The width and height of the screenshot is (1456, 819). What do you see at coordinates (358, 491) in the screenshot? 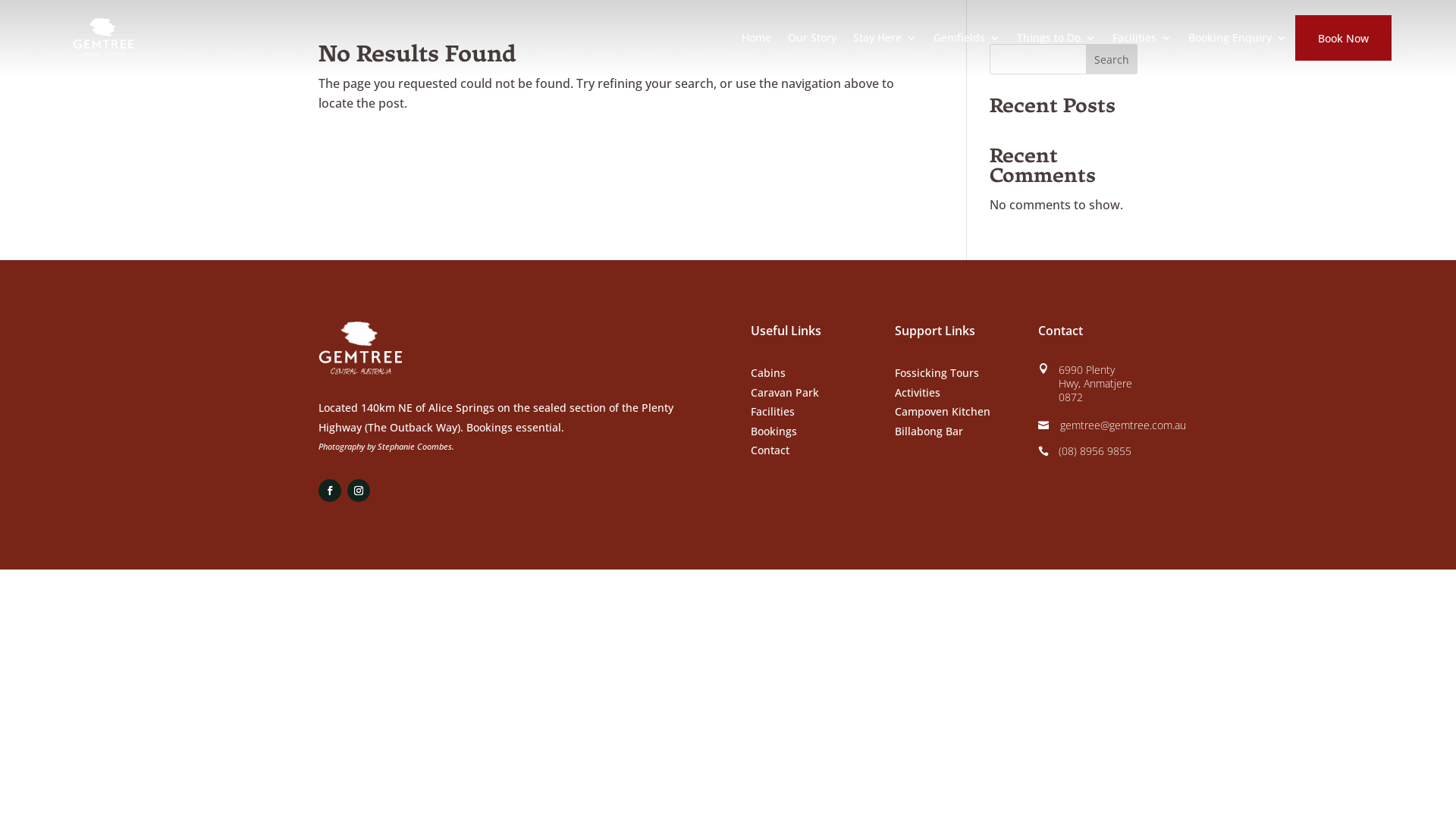
I see `'Follow on Instagram'` at bounding box center [358, 491].